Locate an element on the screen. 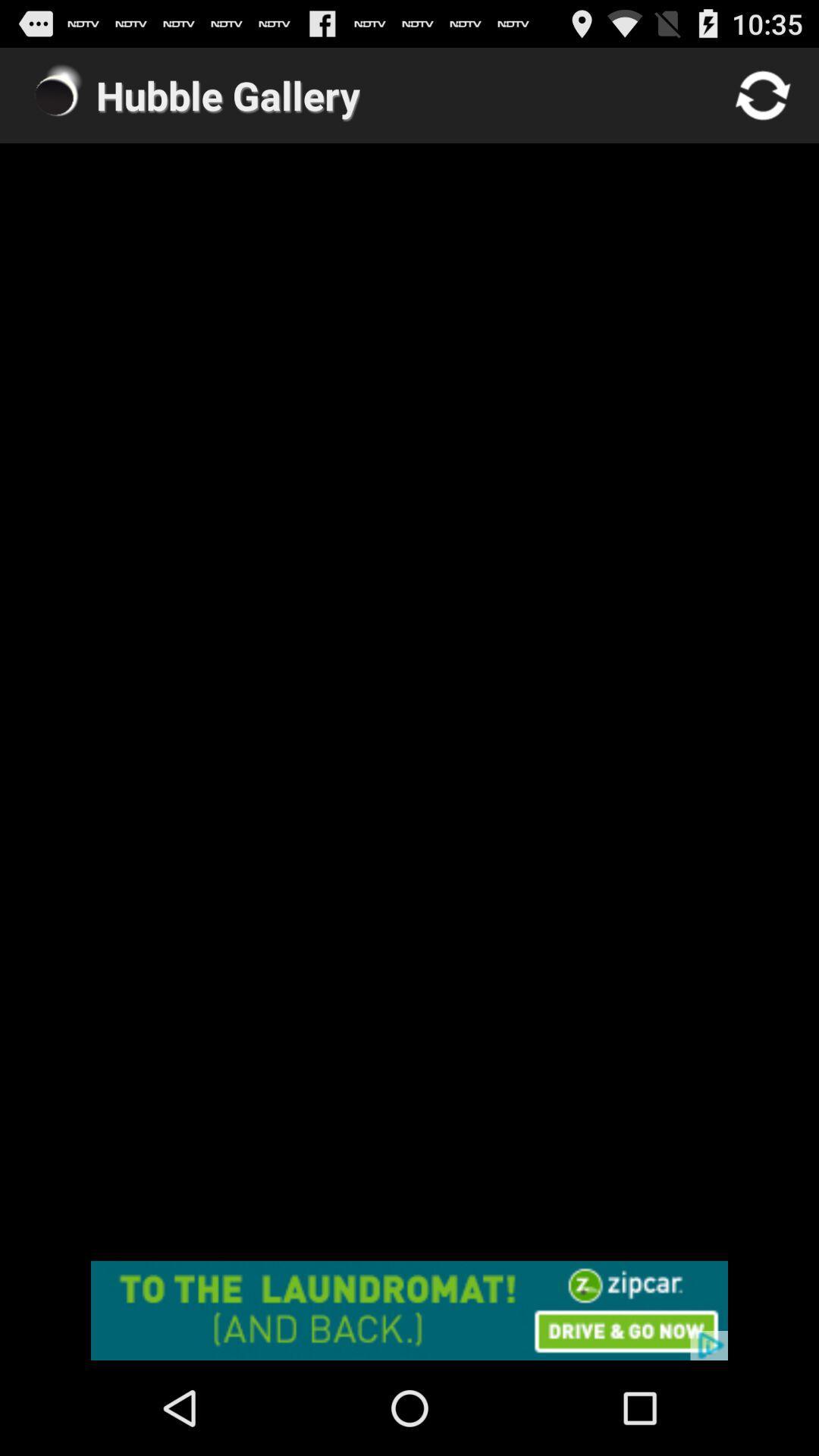 The width and height of the screenshot is (819, 1456). refresh is located at coordinates (763, 94).